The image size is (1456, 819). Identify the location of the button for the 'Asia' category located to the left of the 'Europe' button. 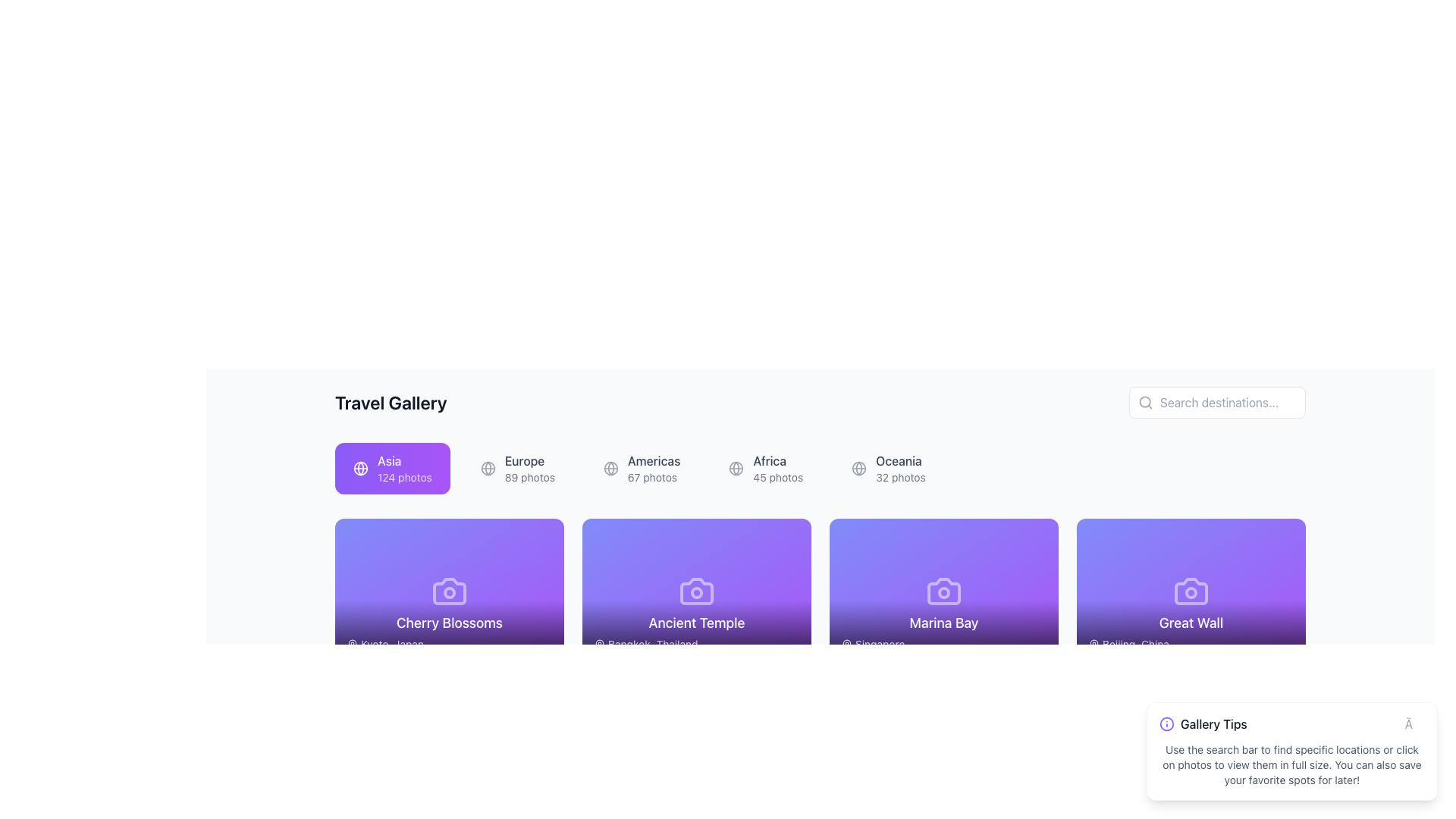
(392, 467).